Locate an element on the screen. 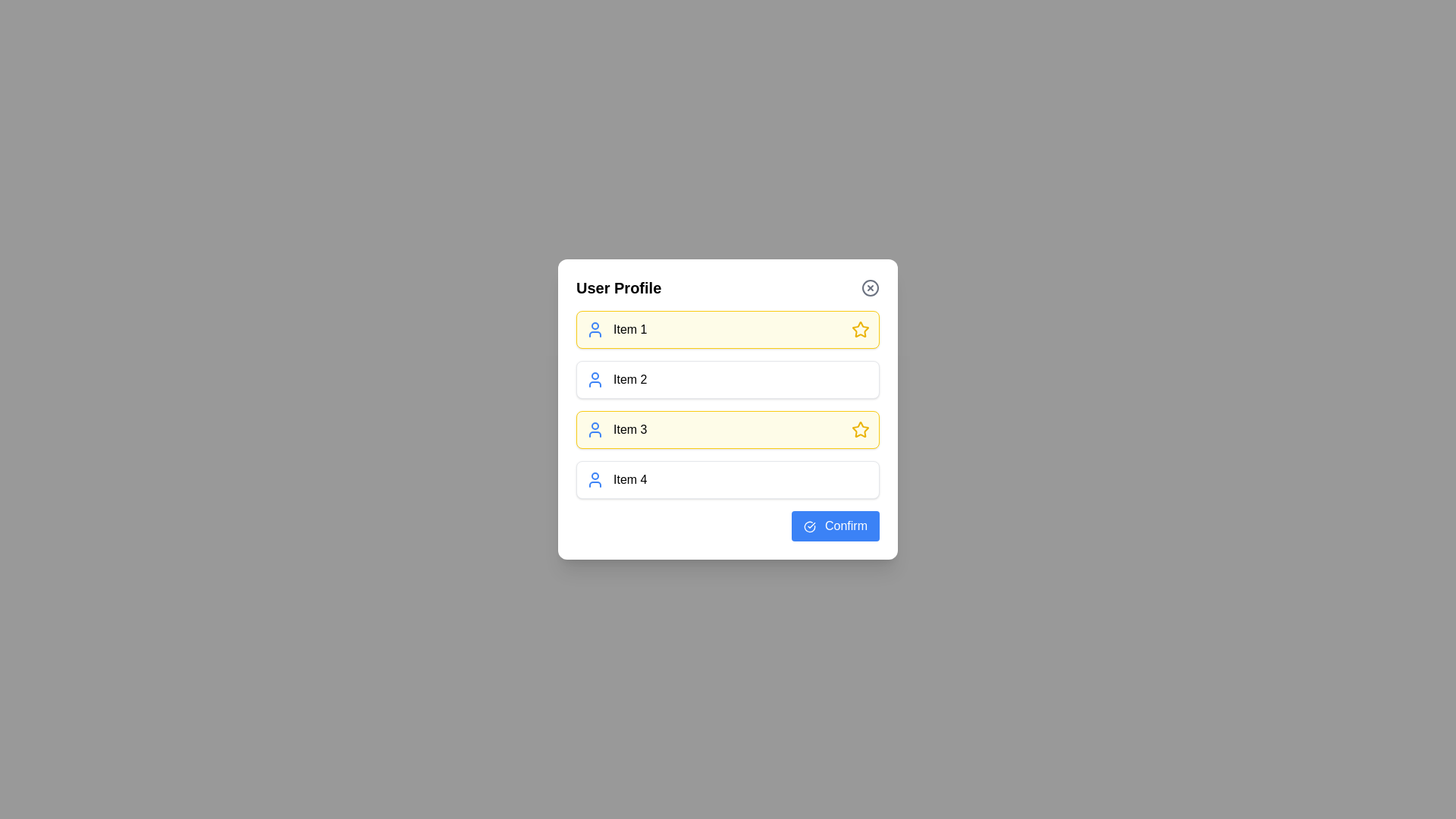  the entire list item component representing 'Item 3' is located at coordinates (728, 430).